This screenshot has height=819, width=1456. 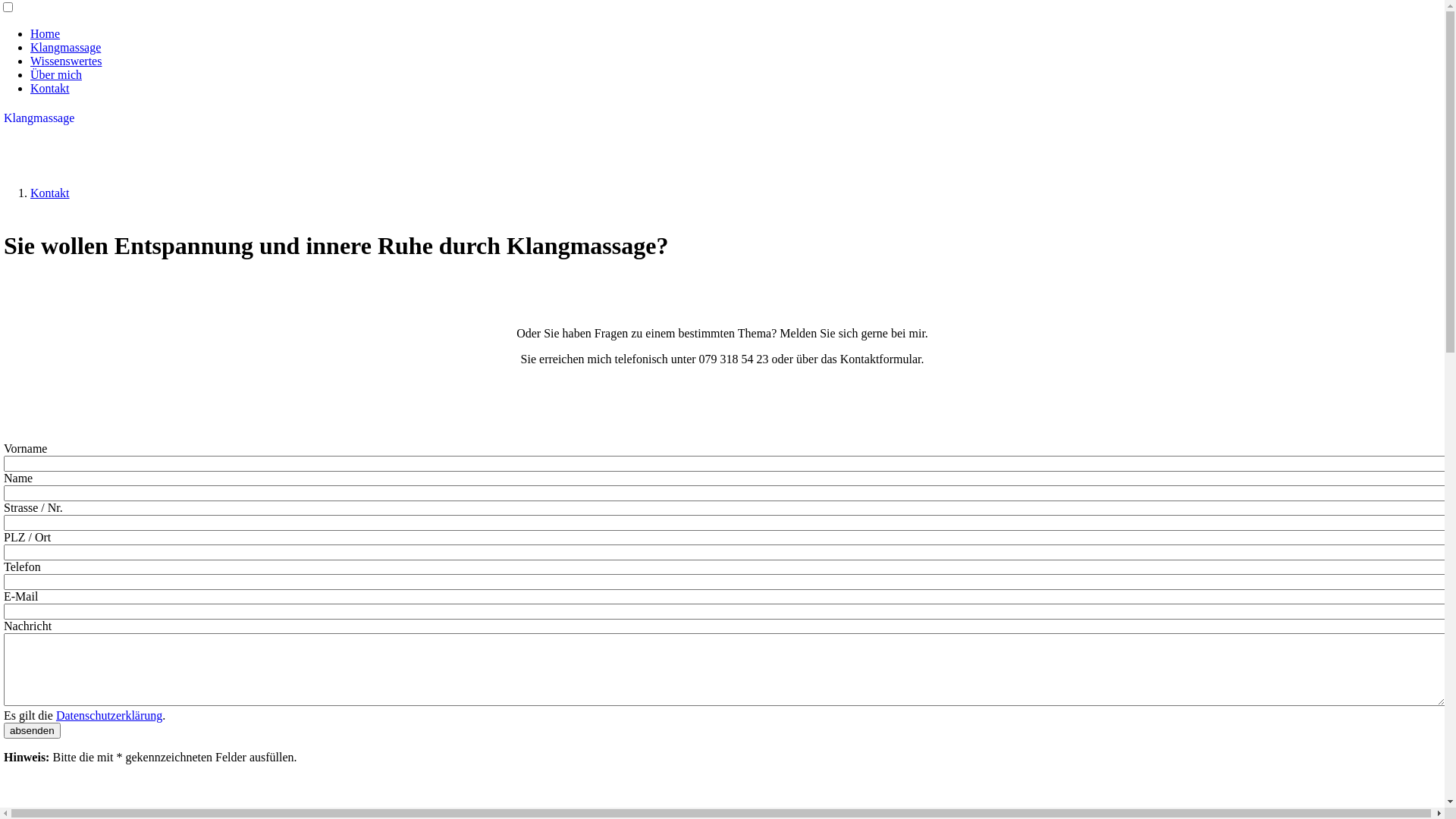 I want to click on 'Klangmassage', so click(x=64, y=46).